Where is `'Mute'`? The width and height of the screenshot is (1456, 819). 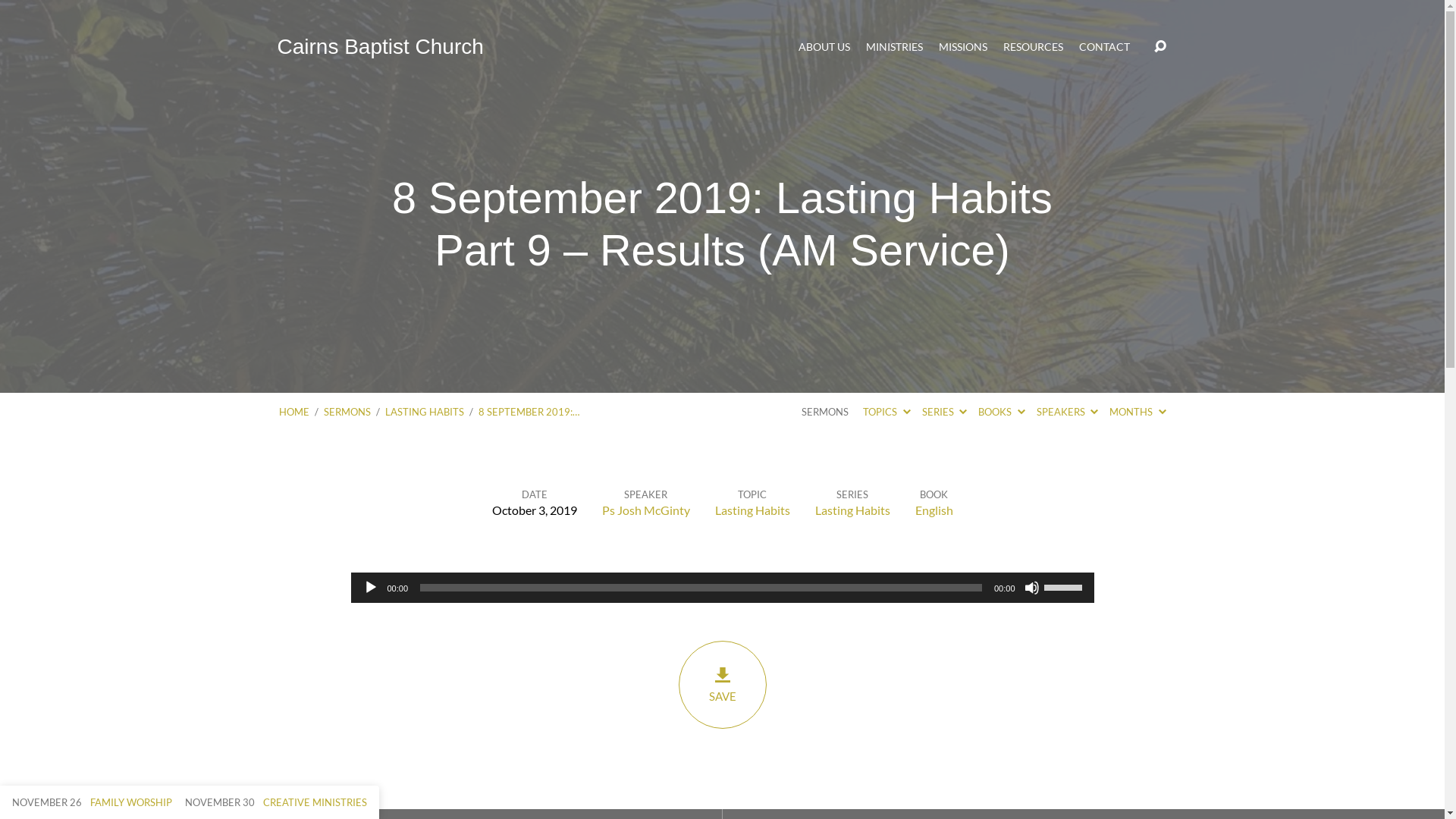 'Mute' is located at coordinates (1031, 587).